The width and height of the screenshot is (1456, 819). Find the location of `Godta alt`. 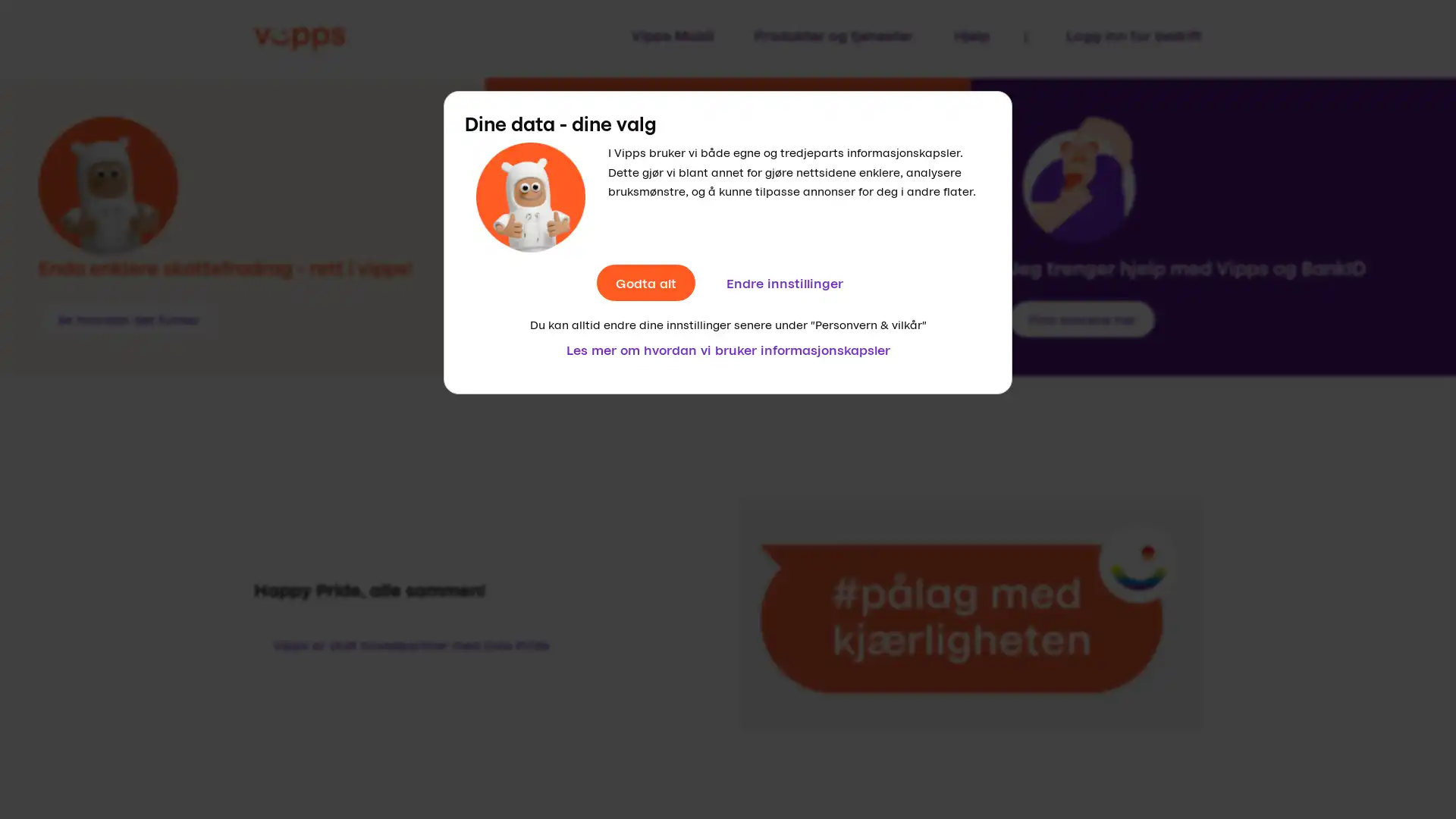

Godta alt is located at coordinates (645, 283).